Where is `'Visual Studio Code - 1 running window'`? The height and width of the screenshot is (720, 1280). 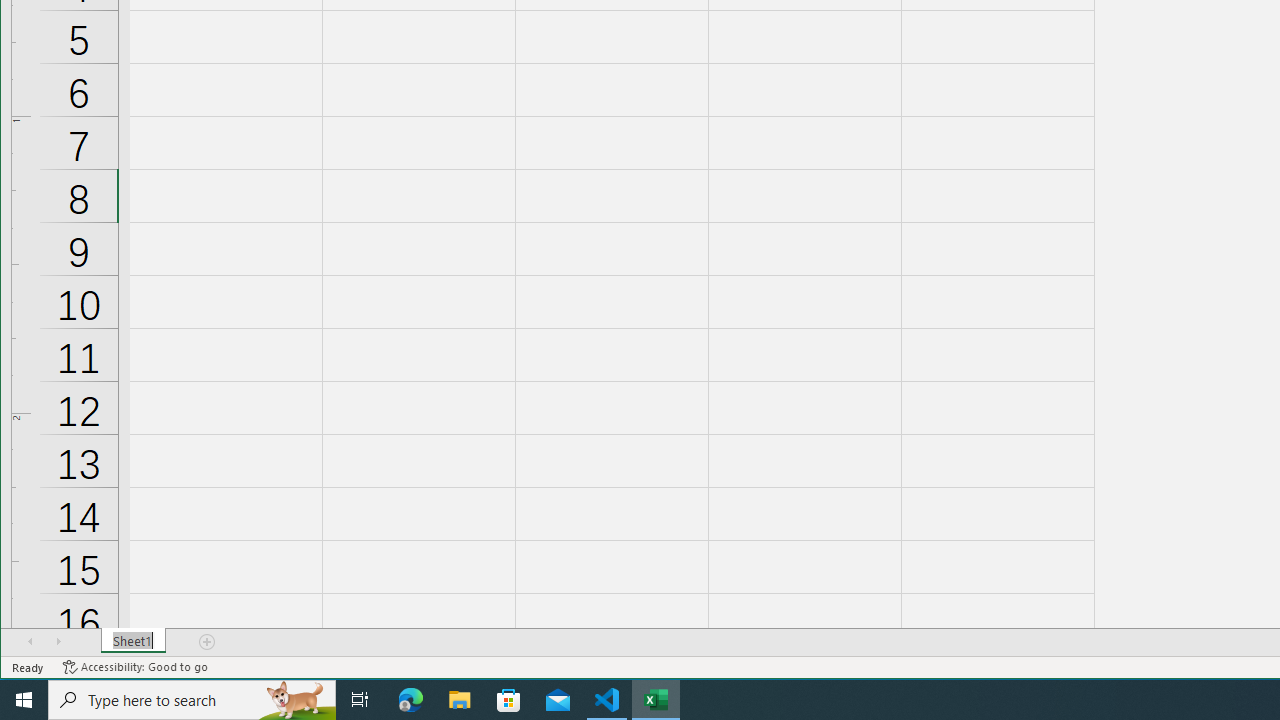 'Visual Studio Code - 1 running window' is located at coordinates (606, 698).